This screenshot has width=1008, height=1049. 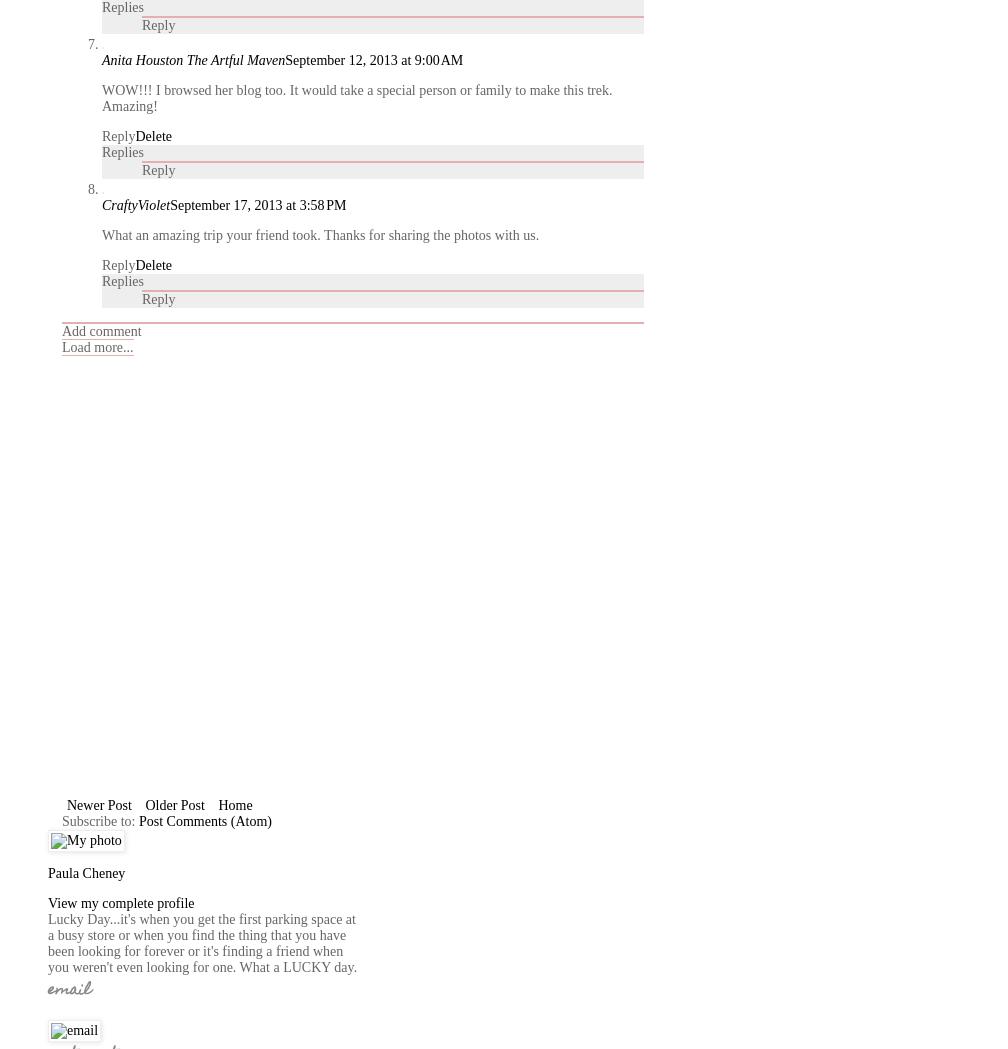 I want to click on 'View my complete profile', so click(x=47, y=902).